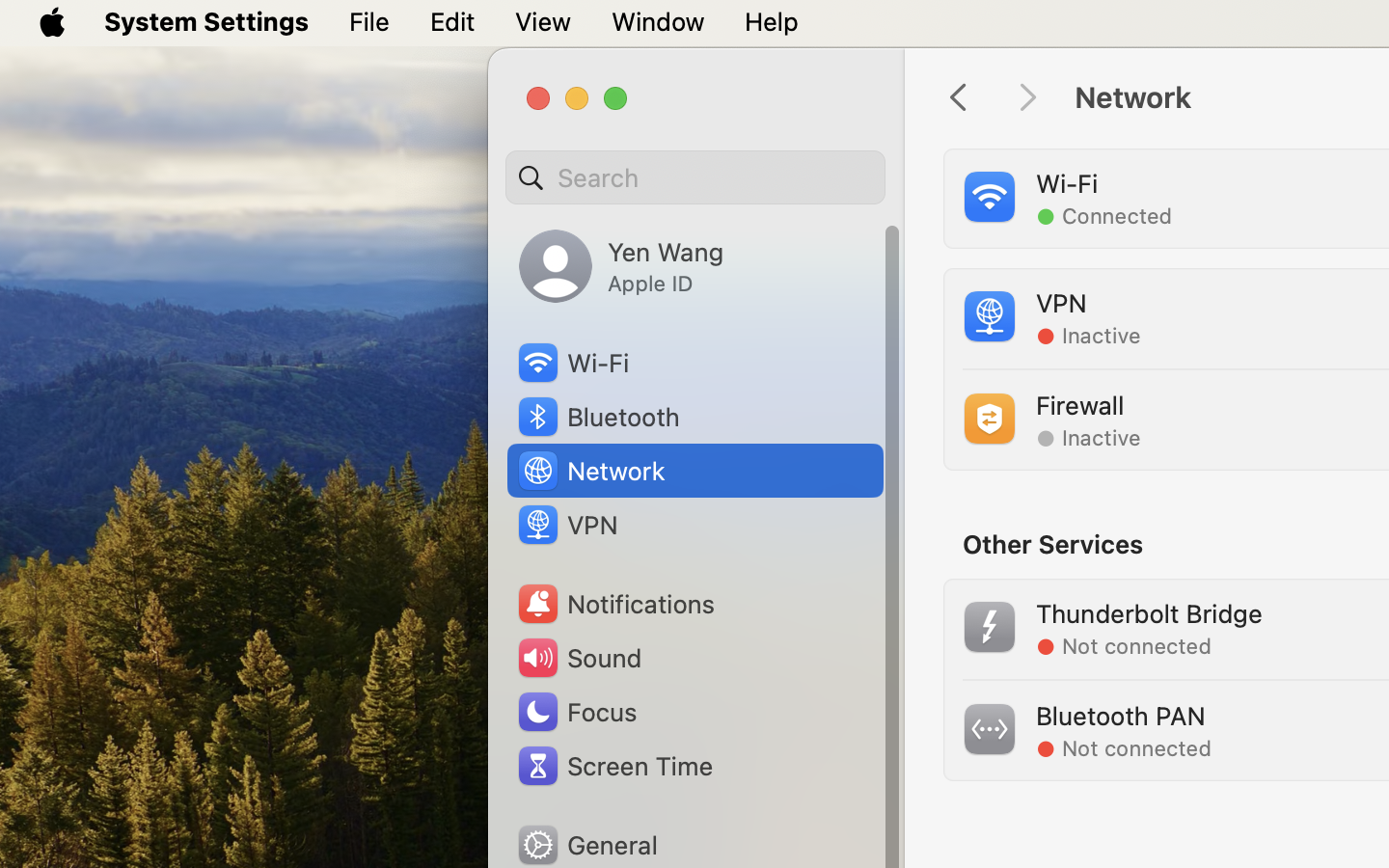  Describe the element at coordinates (571, 363) in the screenshot. I see `'Wi‑Fi'` at that location.